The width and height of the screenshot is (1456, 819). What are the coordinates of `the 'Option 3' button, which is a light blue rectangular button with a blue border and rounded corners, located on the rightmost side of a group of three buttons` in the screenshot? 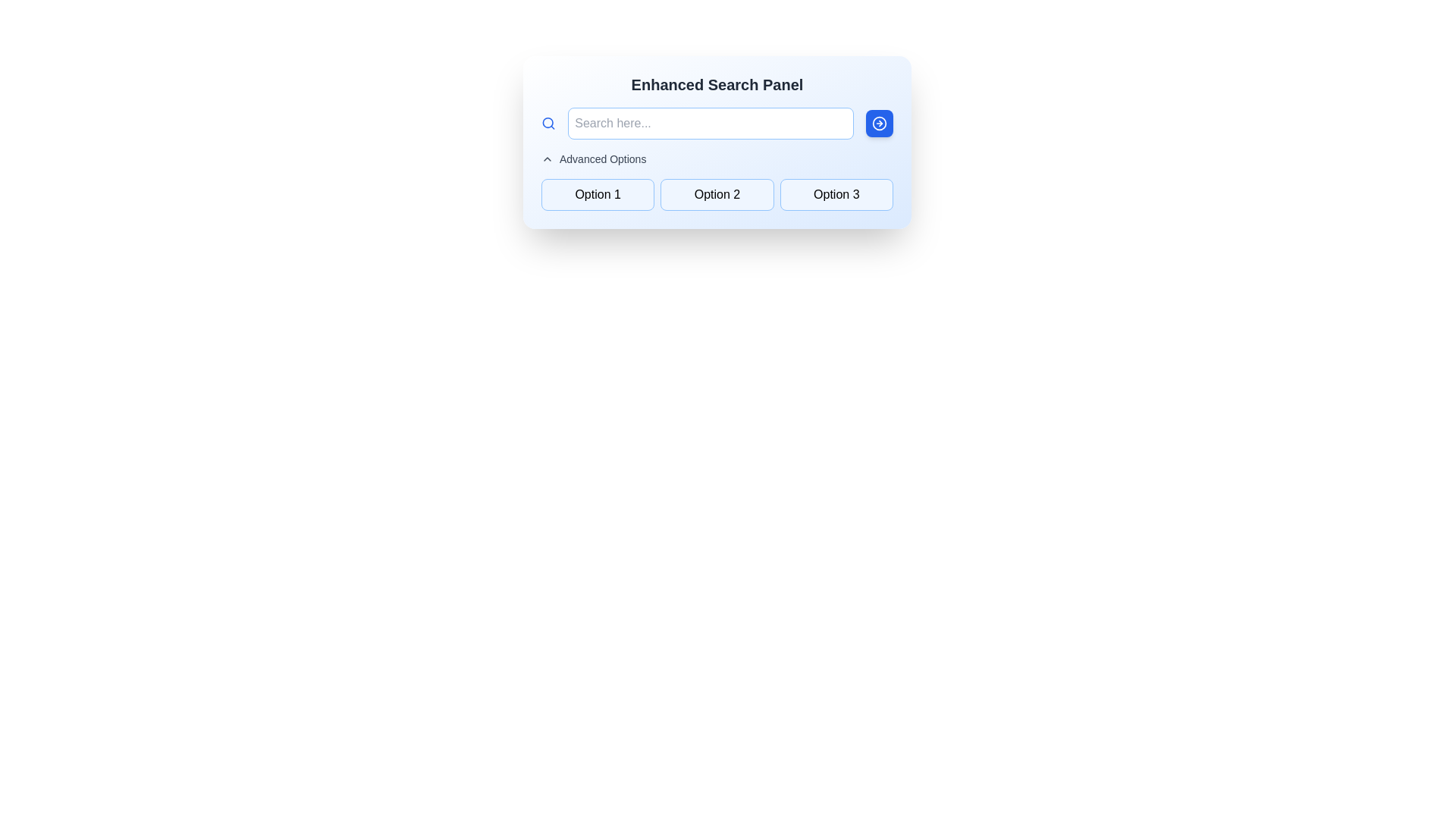 It's located at (836, 194).